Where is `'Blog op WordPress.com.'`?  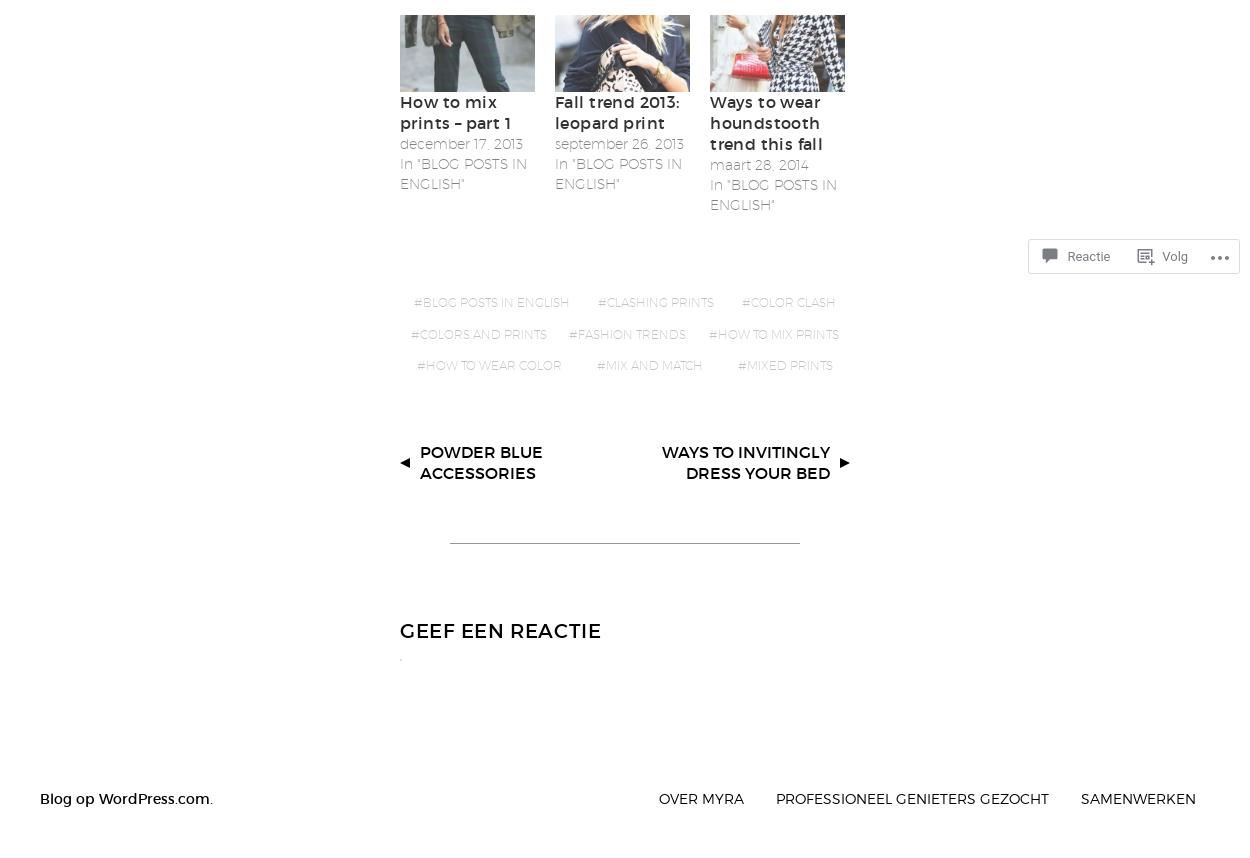 'Blog op WordPress.com.' is located at coordinates (126, 798).